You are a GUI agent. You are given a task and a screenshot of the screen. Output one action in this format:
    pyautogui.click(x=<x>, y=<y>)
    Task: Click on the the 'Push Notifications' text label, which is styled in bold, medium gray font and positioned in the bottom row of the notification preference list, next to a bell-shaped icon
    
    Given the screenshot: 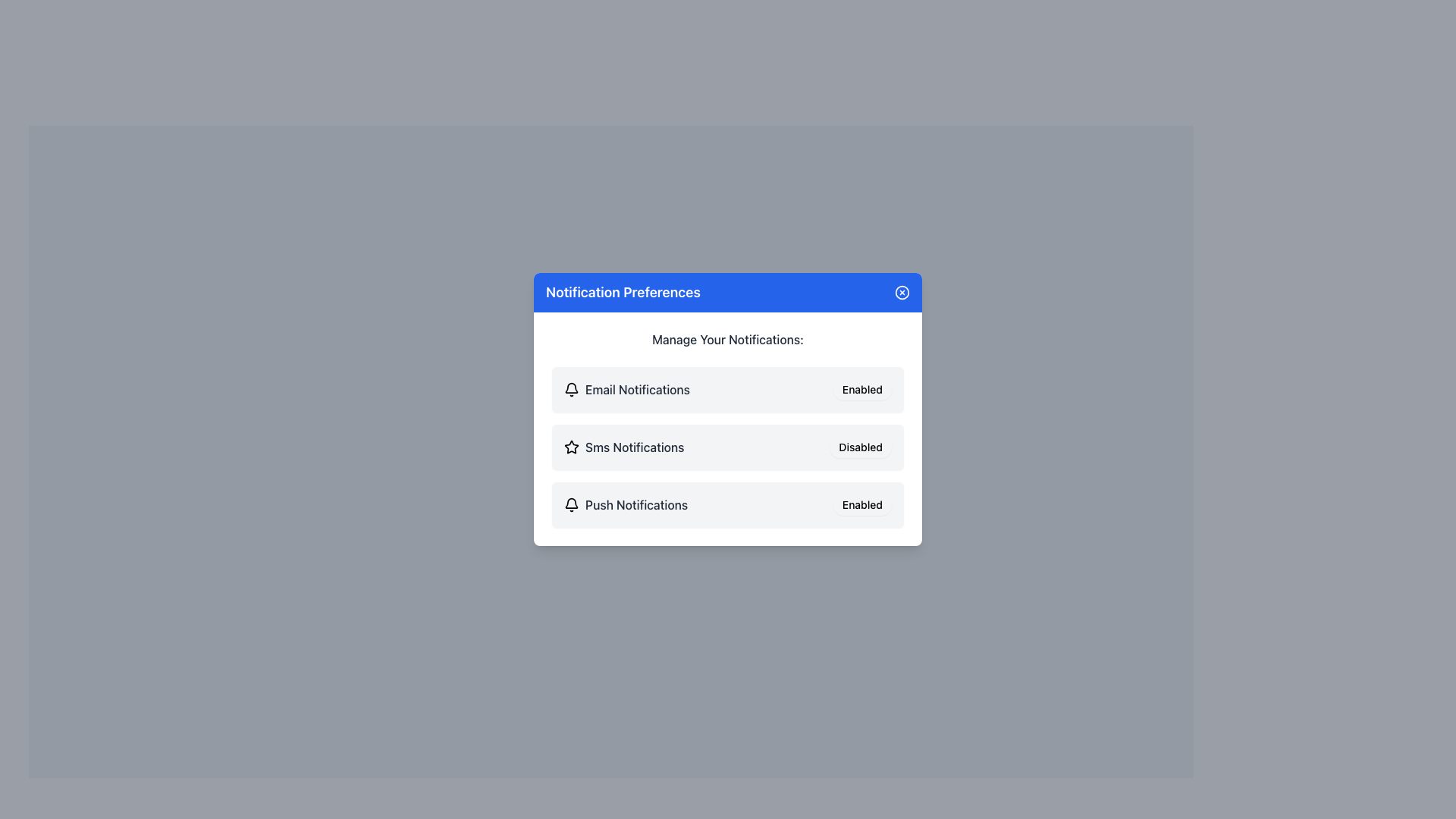 What is the action you would take?
    pyautogui.click(x=636, y=505)
    